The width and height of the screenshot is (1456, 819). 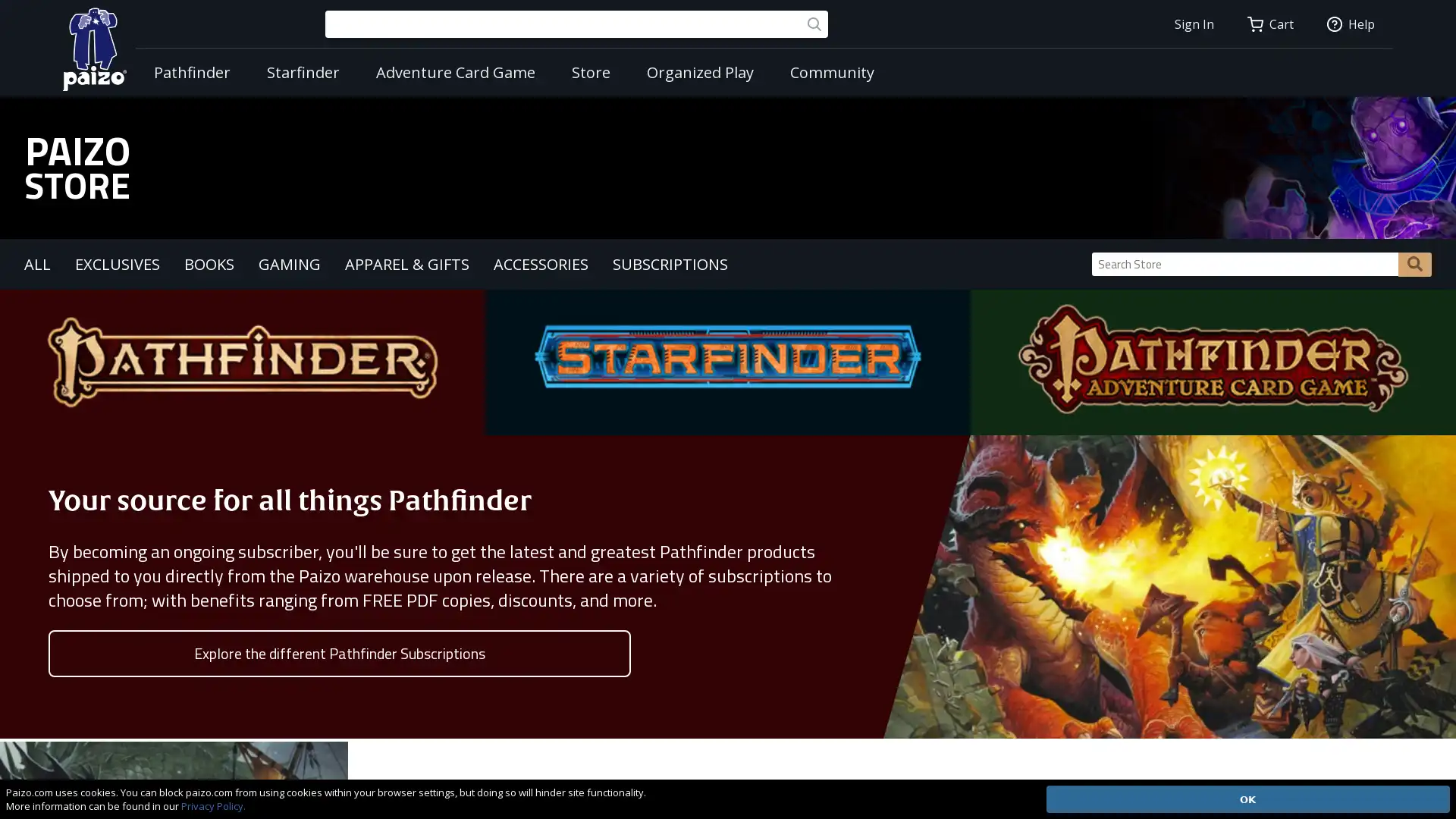 I want to click on Submit, so click(x=1414, y=262).